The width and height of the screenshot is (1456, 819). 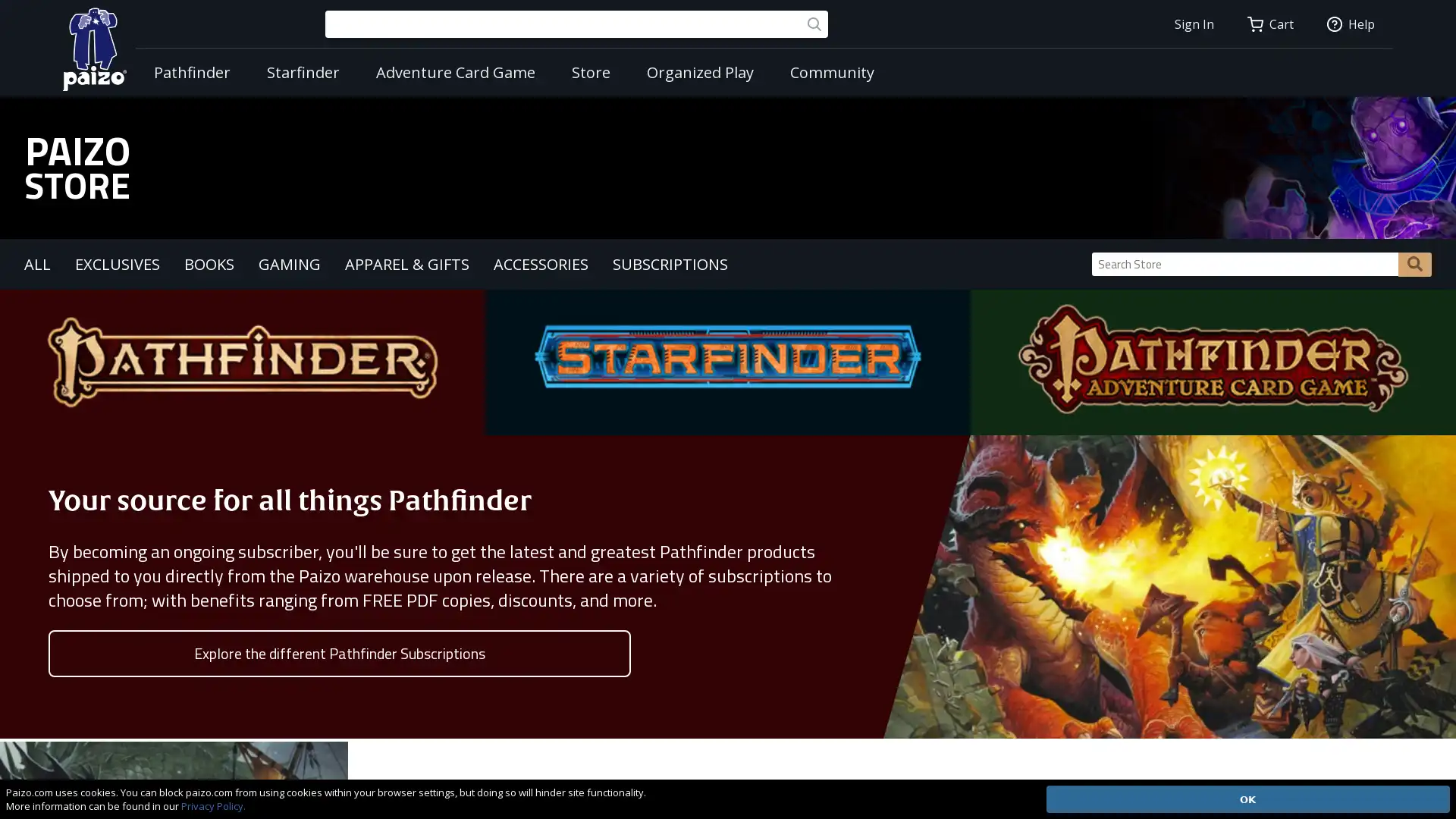 I want to click on Submit, so click(x=1414, y=262).